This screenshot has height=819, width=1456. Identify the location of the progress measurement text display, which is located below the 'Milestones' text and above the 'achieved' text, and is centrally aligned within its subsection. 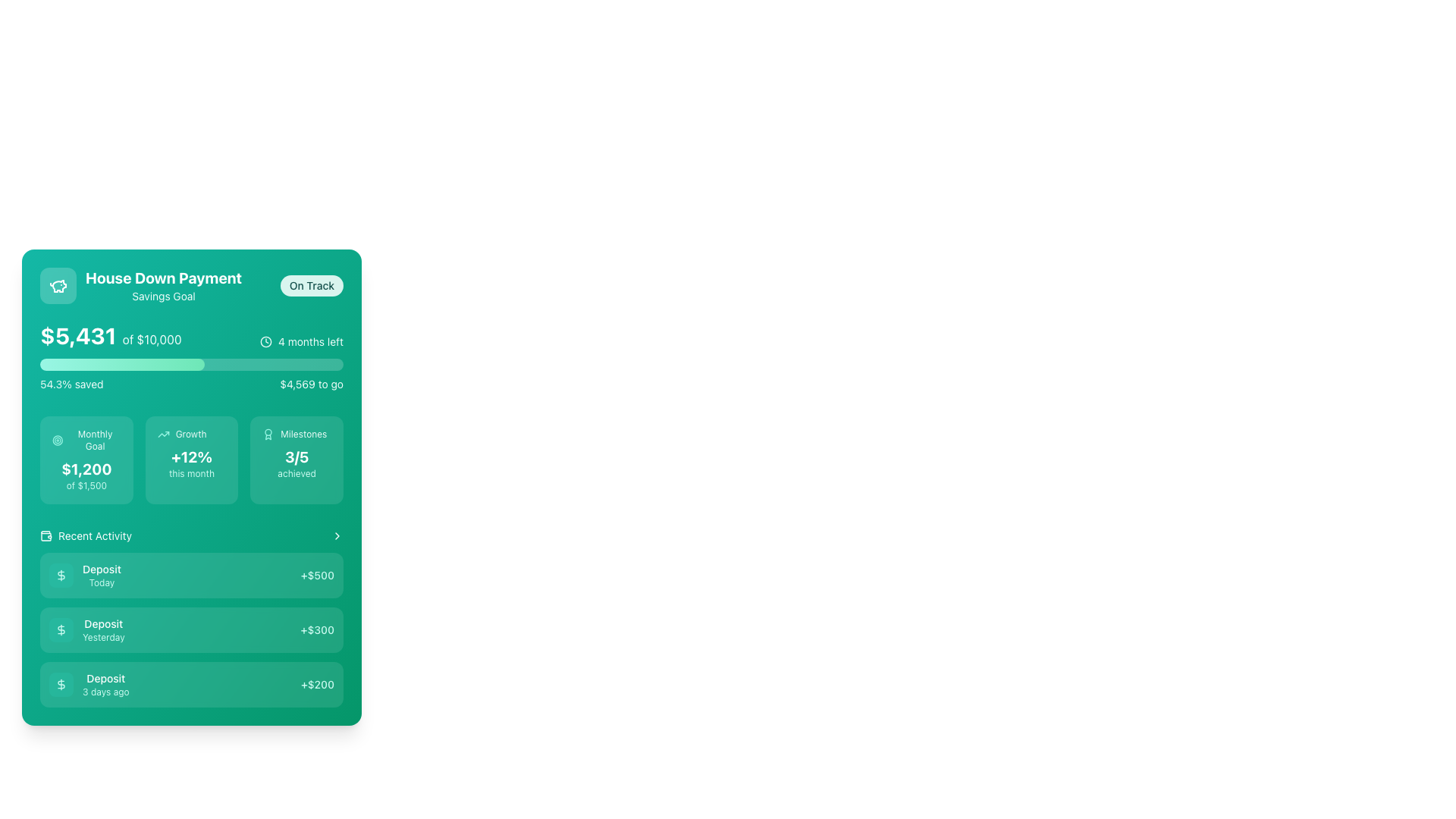
(297, 456).